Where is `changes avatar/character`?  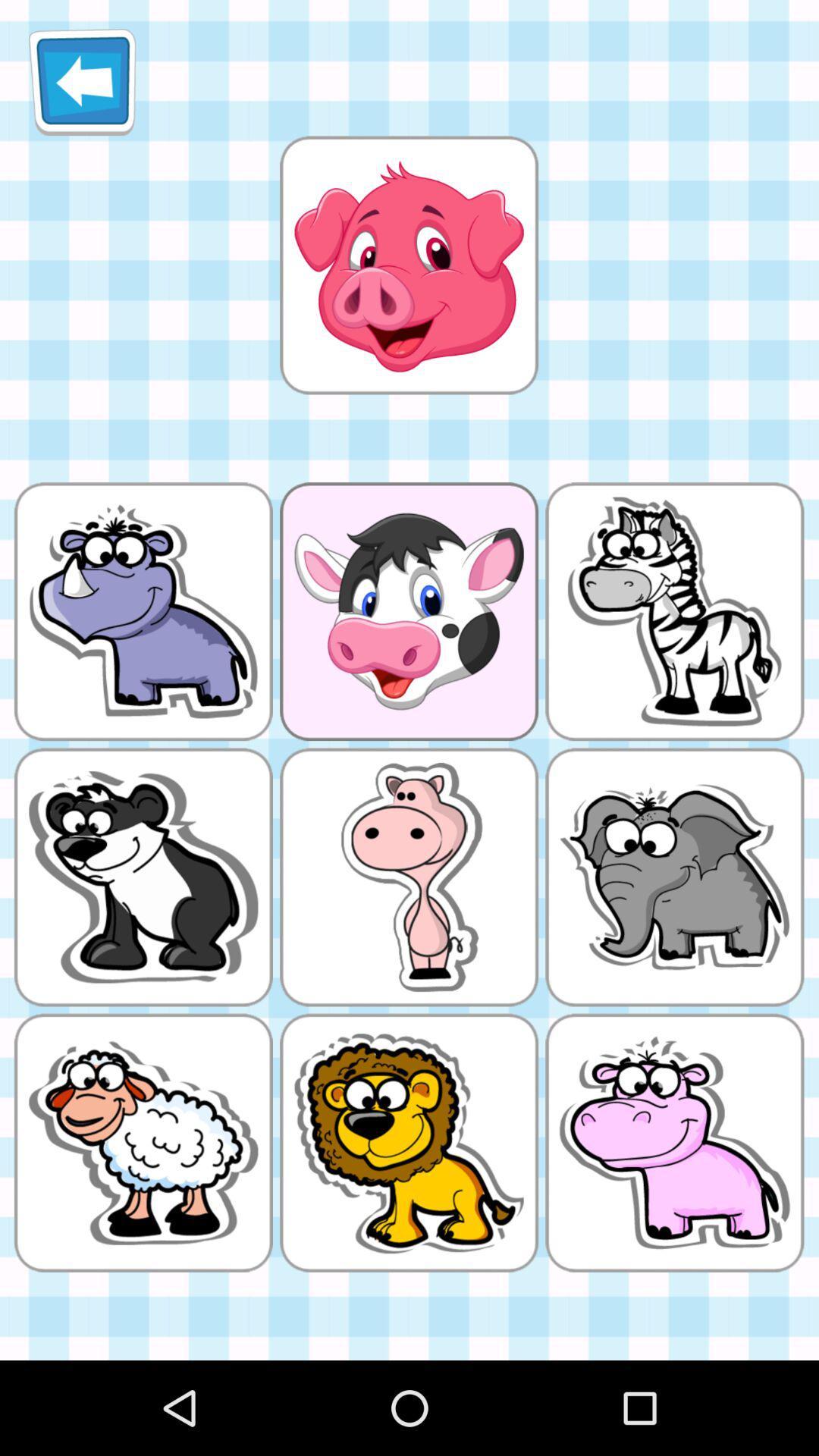 changes avatar/character is located at coordinates (408, 265).